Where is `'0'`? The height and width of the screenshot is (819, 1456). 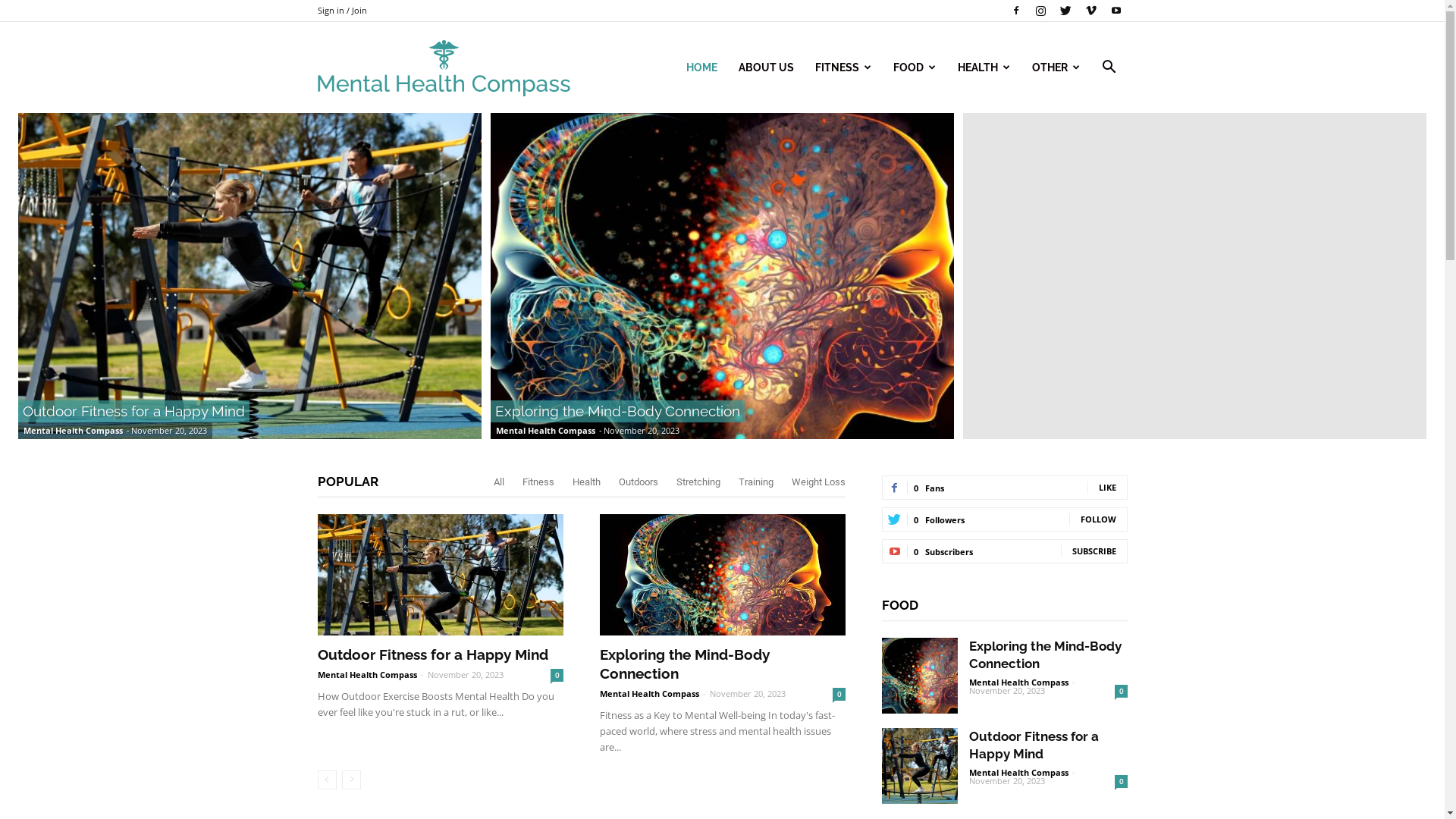
'0' is located at coordinates (549, 674).